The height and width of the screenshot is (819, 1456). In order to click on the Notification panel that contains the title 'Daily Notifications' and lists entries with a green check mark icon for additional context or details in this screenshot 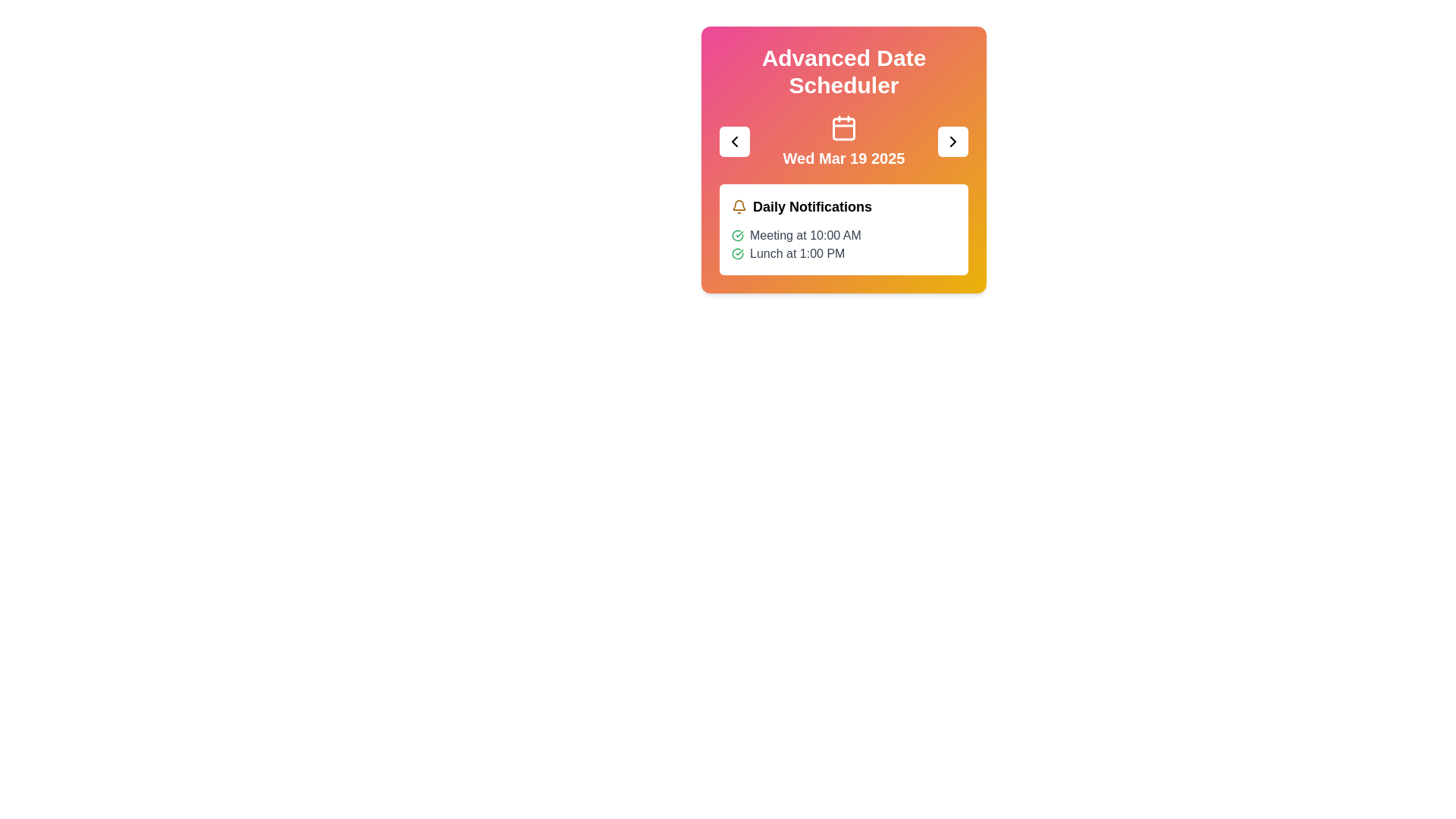, I will do `click(843, 230)`.